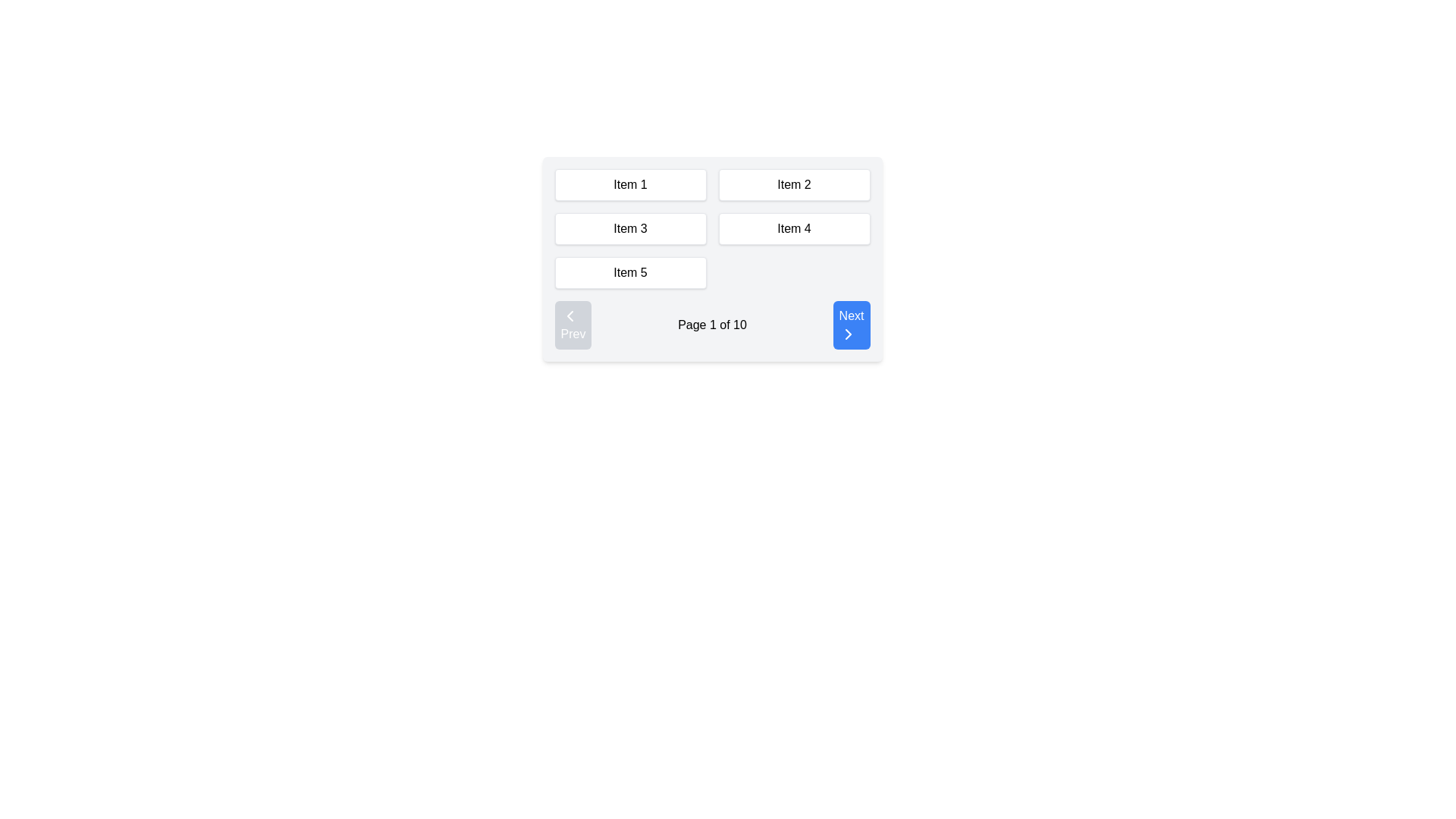 The image size is (1456, 819). I want to click on the right-pointing chevron arrow inside the 'Next' button located at the bottom-right corner of the interface, so click(847, 333).